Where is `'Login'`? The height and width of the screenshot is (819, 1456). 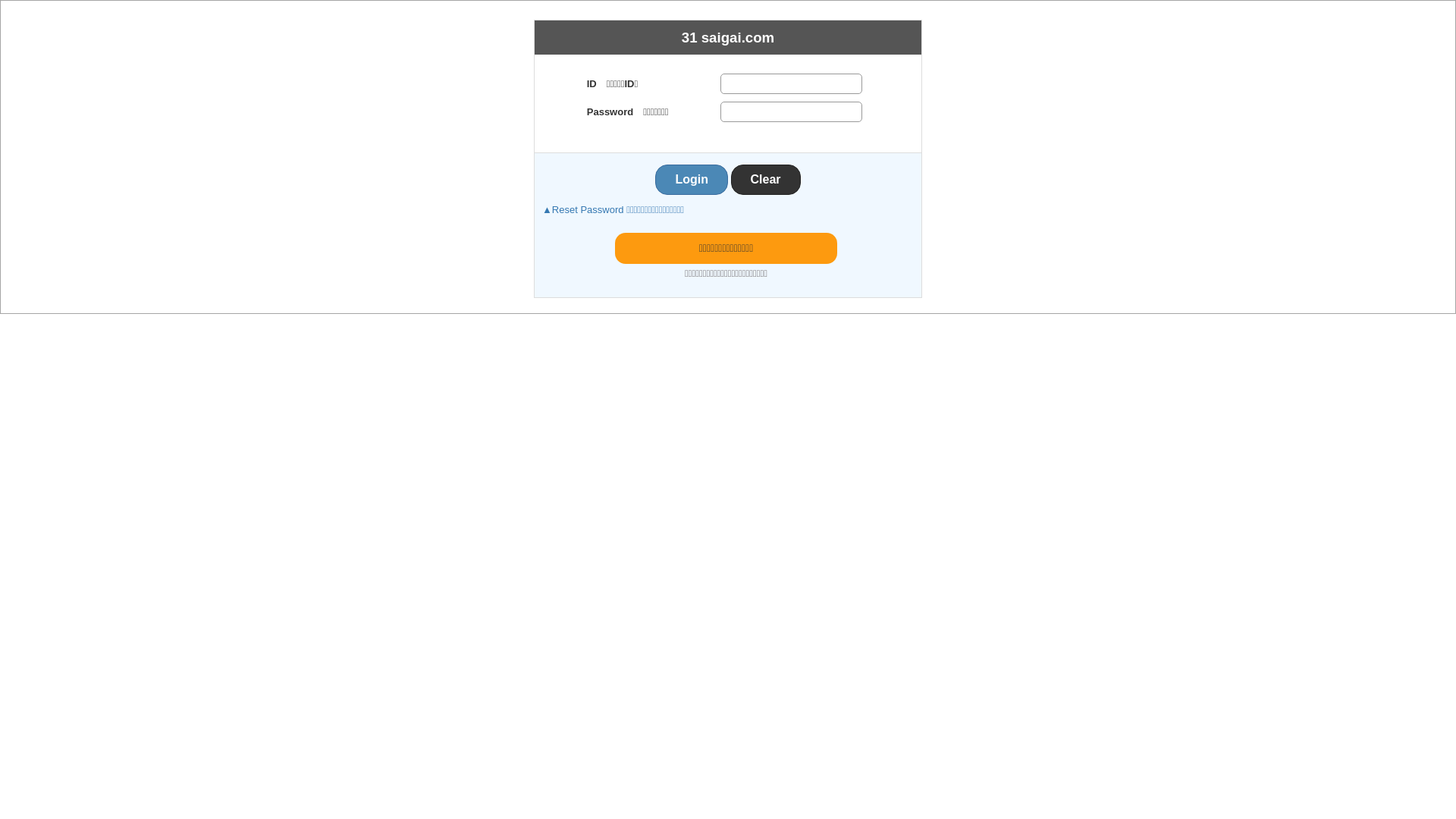 'Login' is located at coordinates (691, 178).